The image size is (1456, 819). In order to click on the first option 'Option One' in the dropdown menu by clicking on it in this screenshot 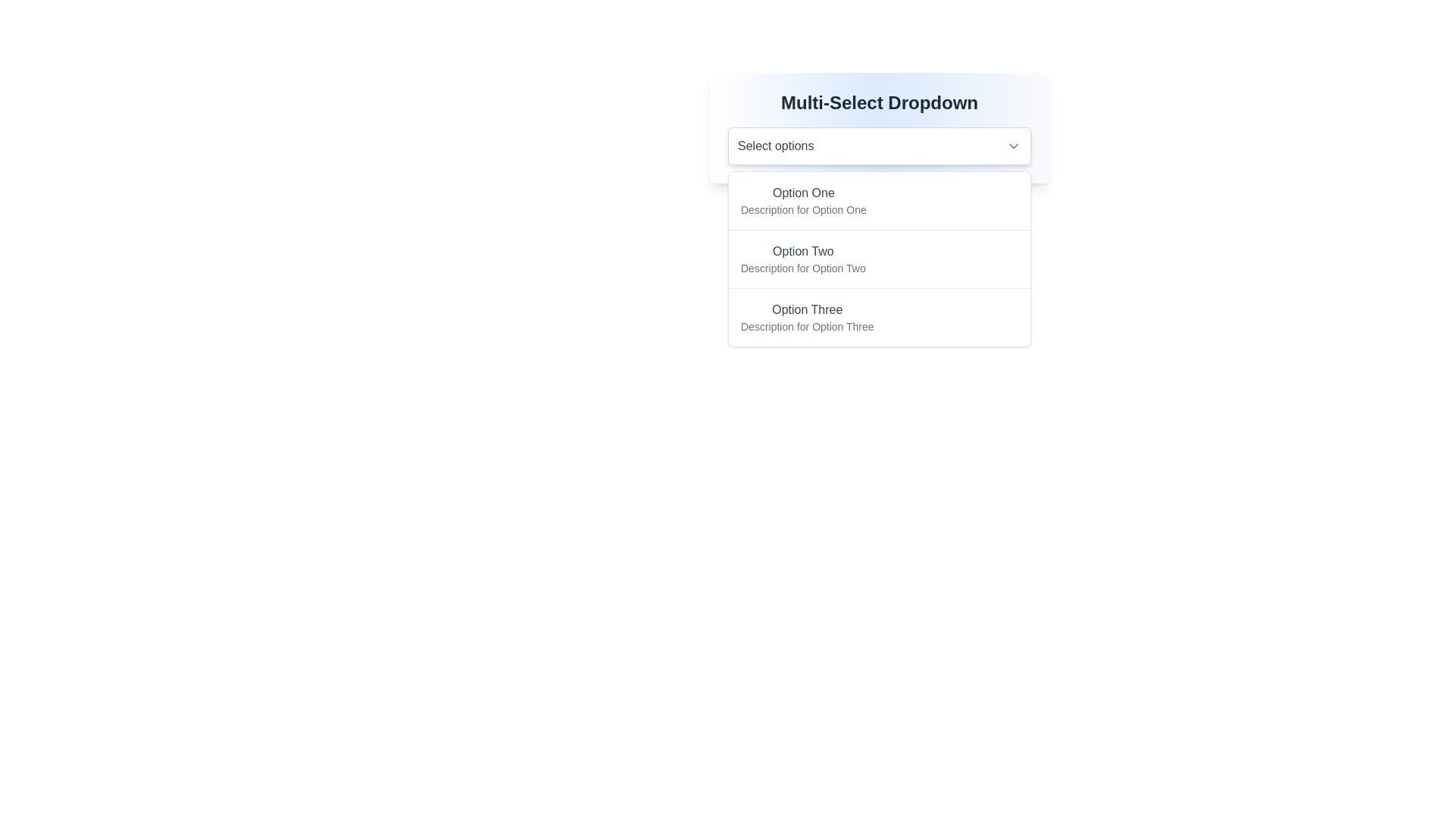, I will do `click(880, 200)`.